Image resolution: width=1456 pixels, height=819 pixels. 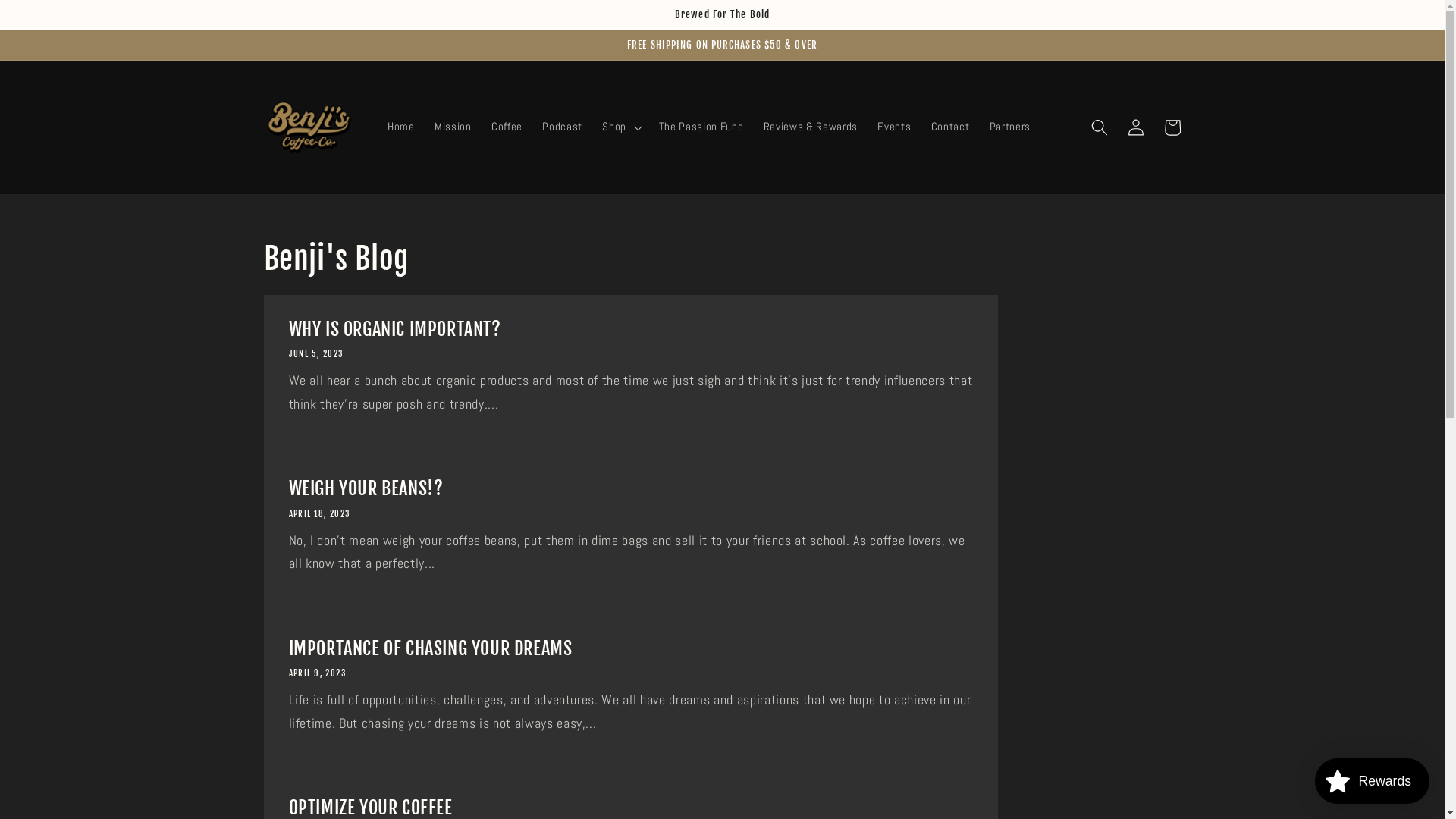 I want to click on 'Podcast', so click(x=561, y=127).